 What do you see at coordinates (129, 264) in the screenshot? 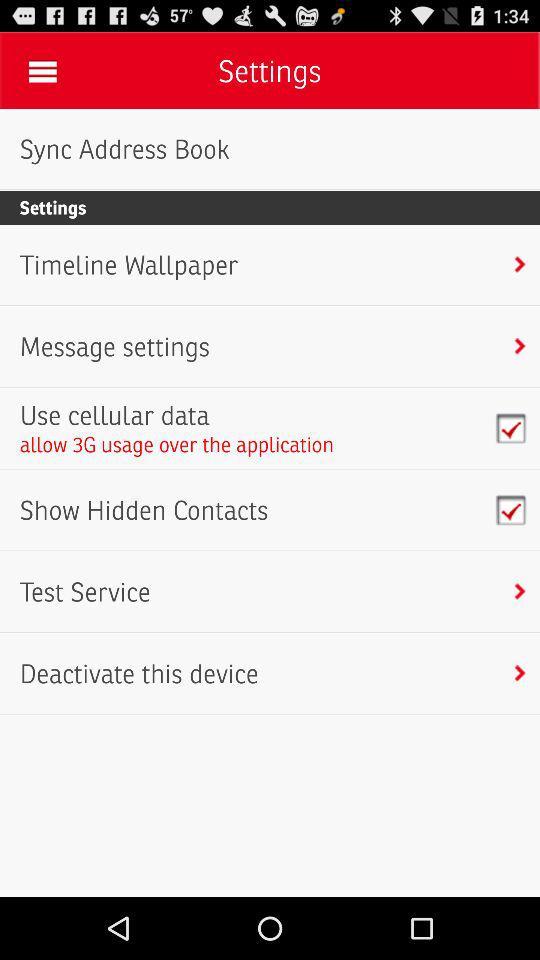
I see `timeline wallpaper app` at bounding box center [129, 264].